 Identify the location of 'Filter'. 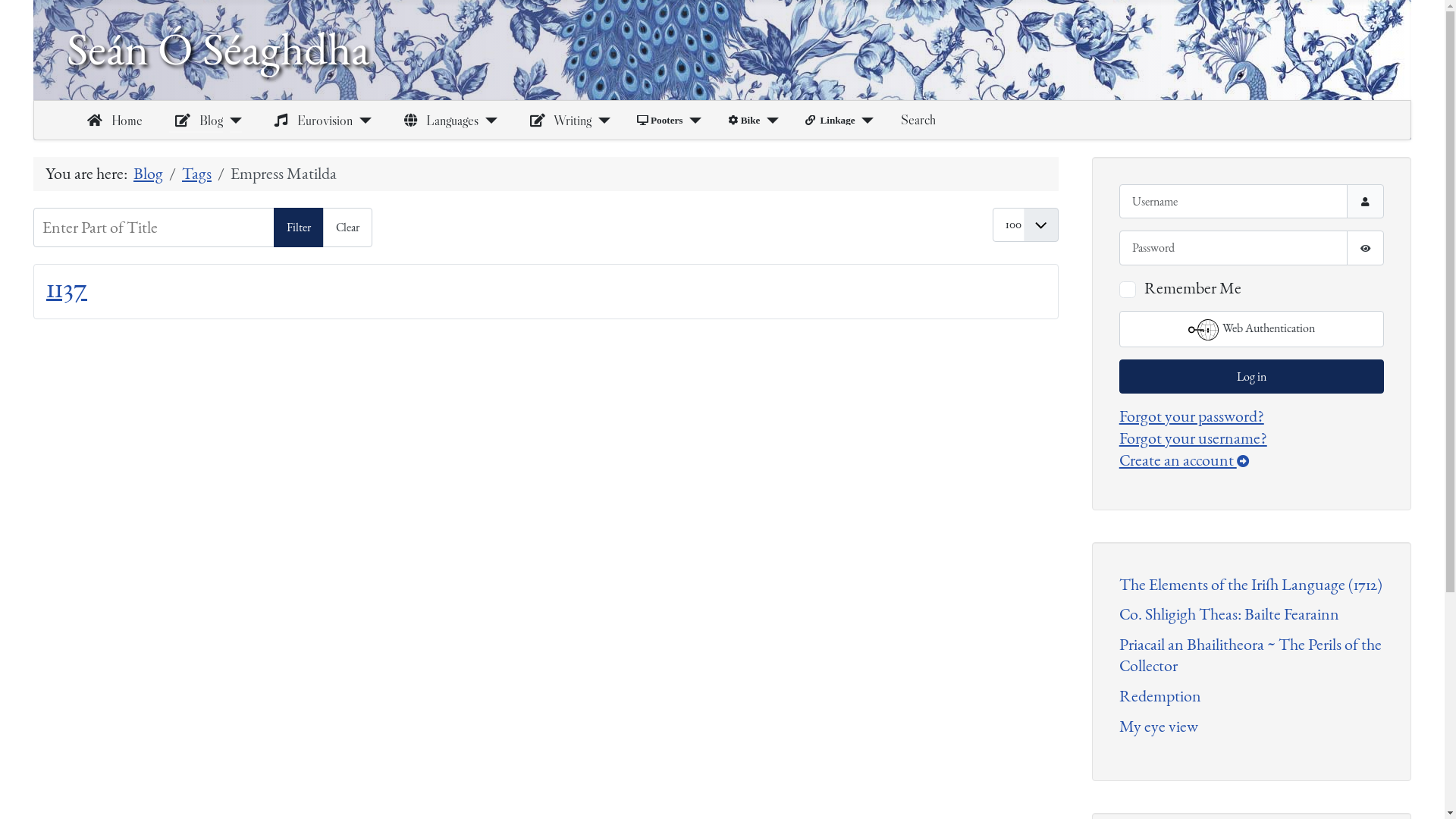
(273, 227).